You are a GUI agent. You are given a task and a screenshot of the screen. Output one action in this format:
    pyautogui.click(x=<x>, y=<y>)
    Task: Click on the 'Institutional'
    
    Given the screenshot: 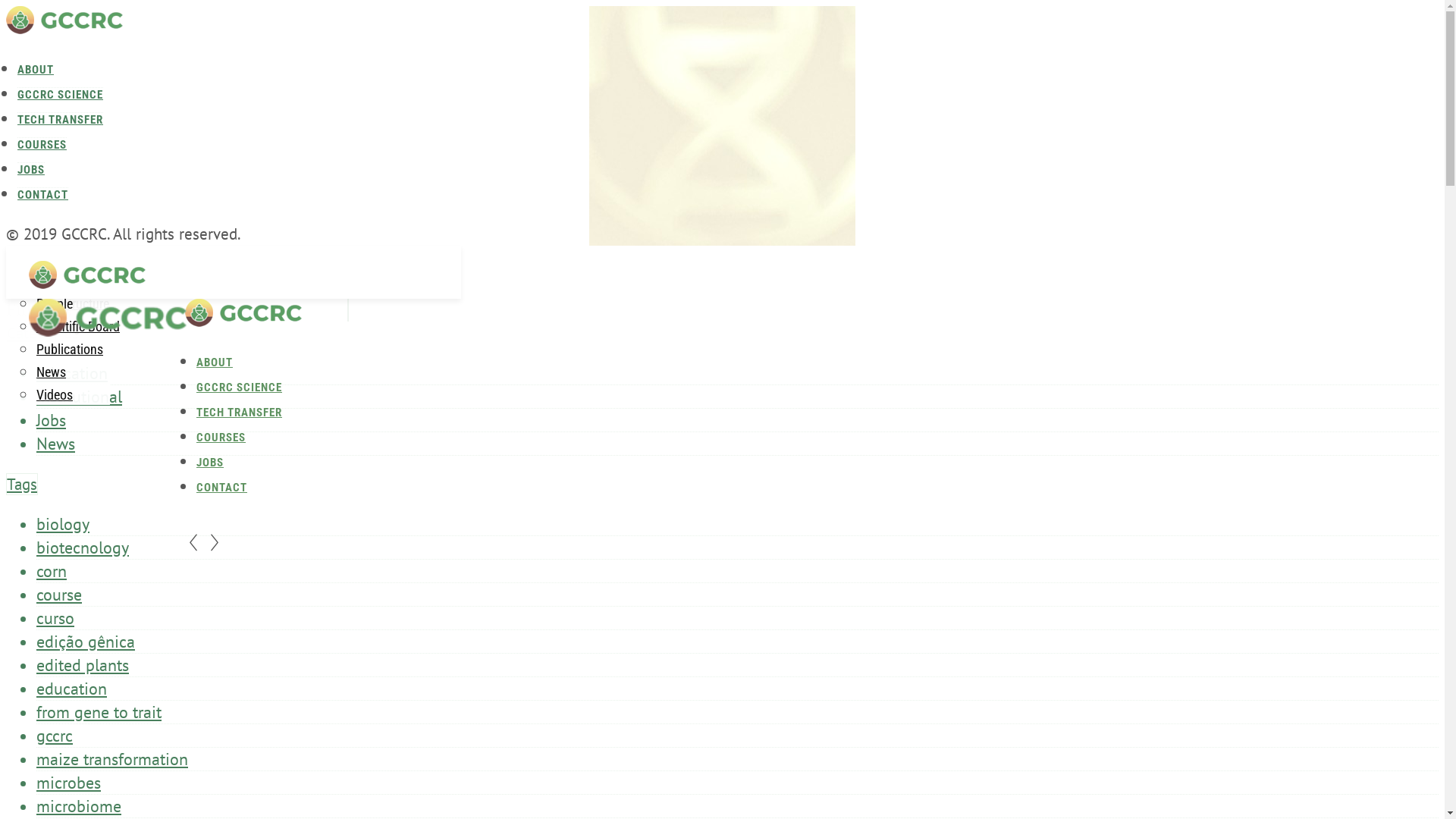 What is the action you would take?
    pyautogui.click(x=78, y=396)
    